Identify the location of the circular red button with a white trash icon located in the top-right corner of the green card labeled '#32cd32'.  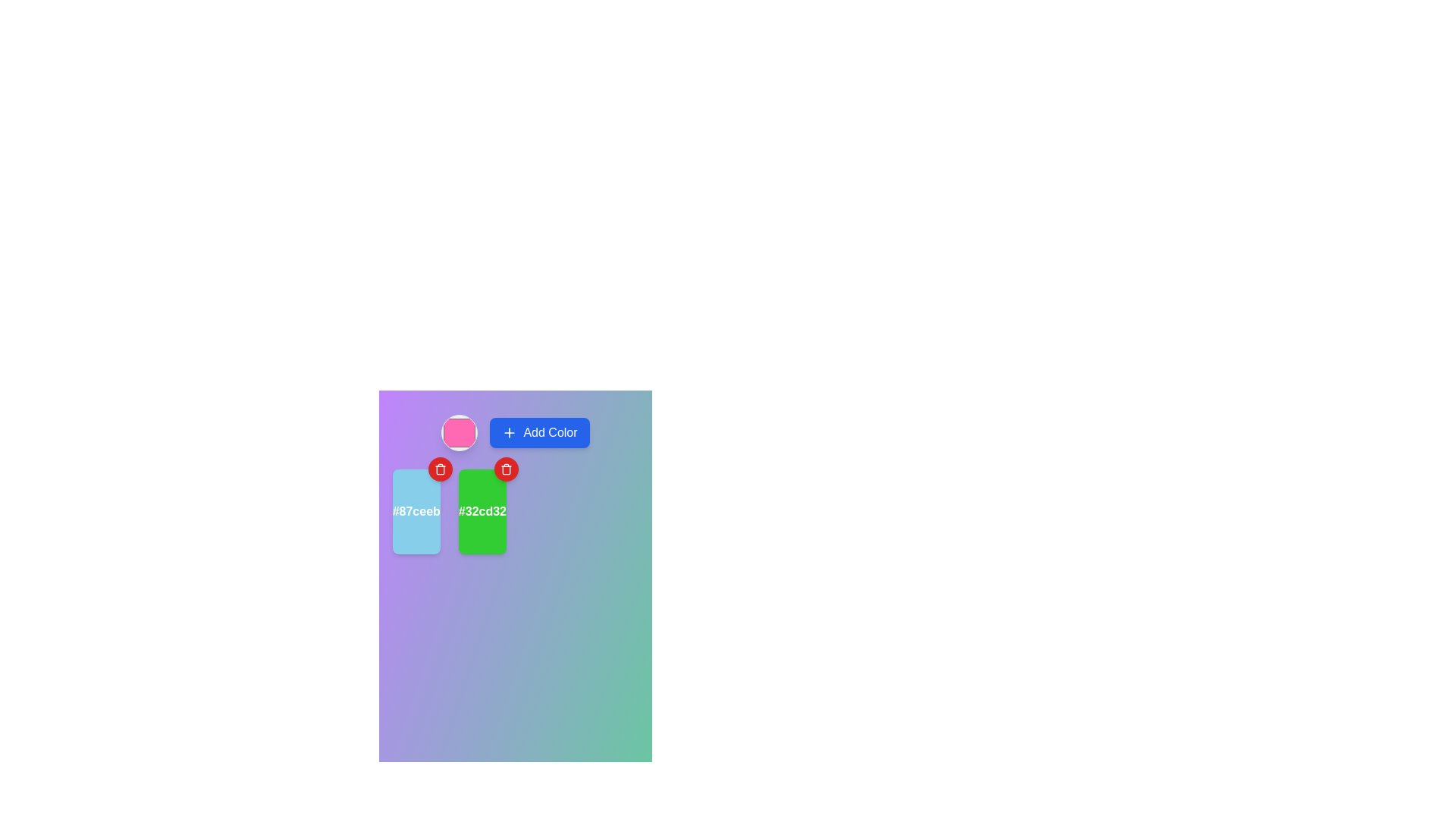
(506, 468).